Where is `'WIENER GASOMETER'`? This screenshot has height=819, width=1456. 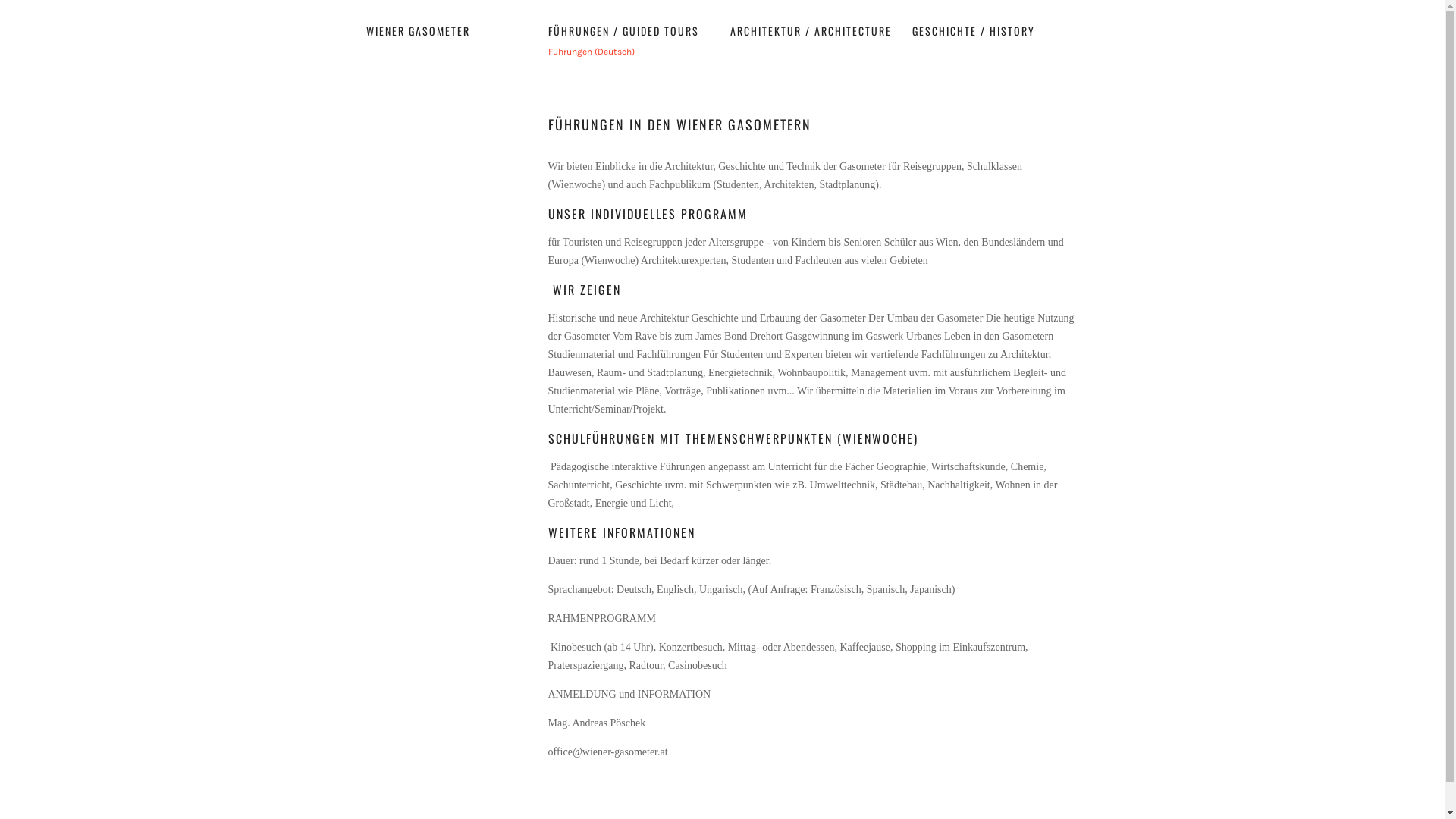 'WIENER GASOMETER' is located at coordinates (365, 30).